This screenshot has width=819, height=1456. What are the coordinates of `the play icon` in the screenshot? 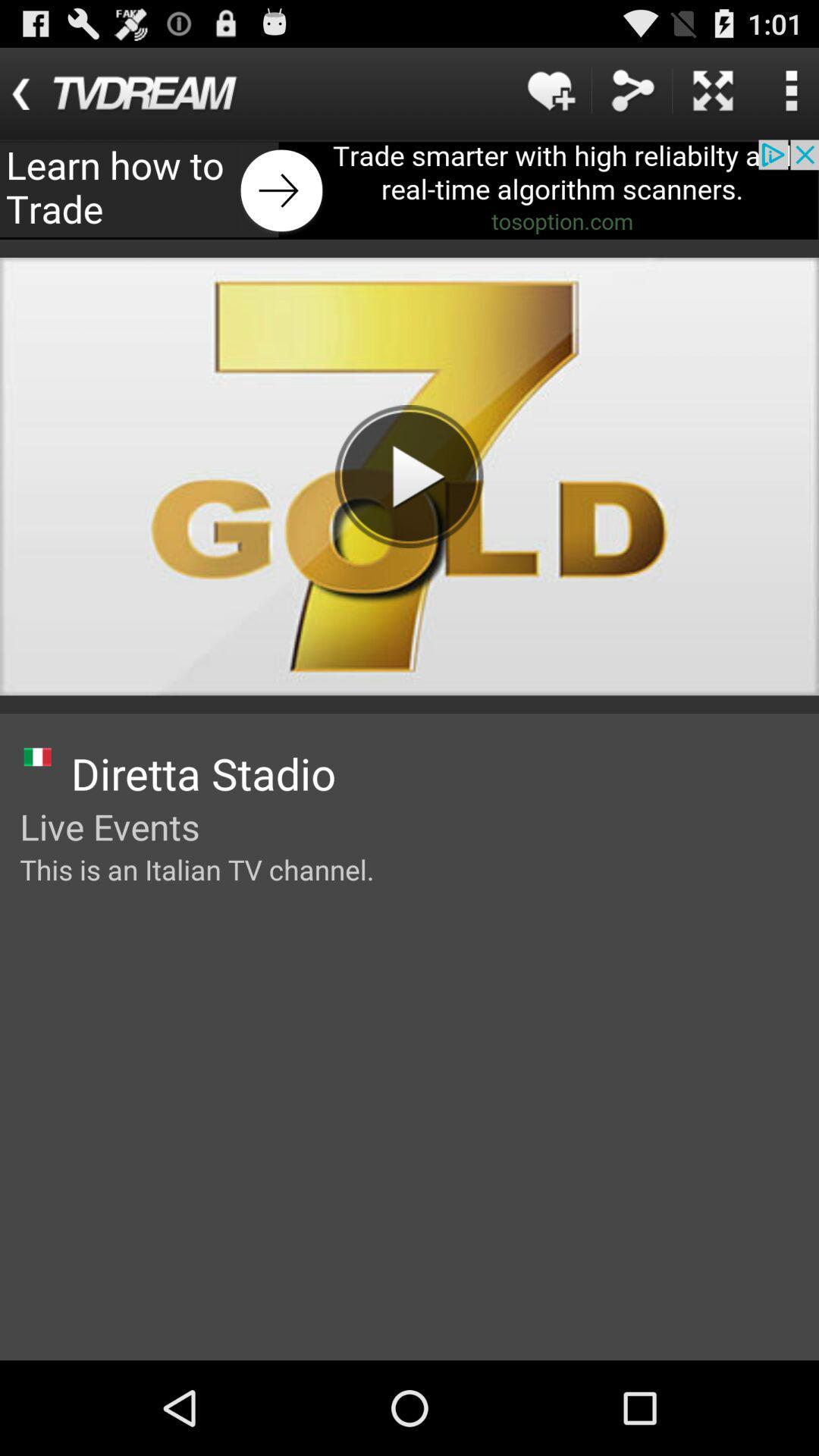 It's located at (408, 510).